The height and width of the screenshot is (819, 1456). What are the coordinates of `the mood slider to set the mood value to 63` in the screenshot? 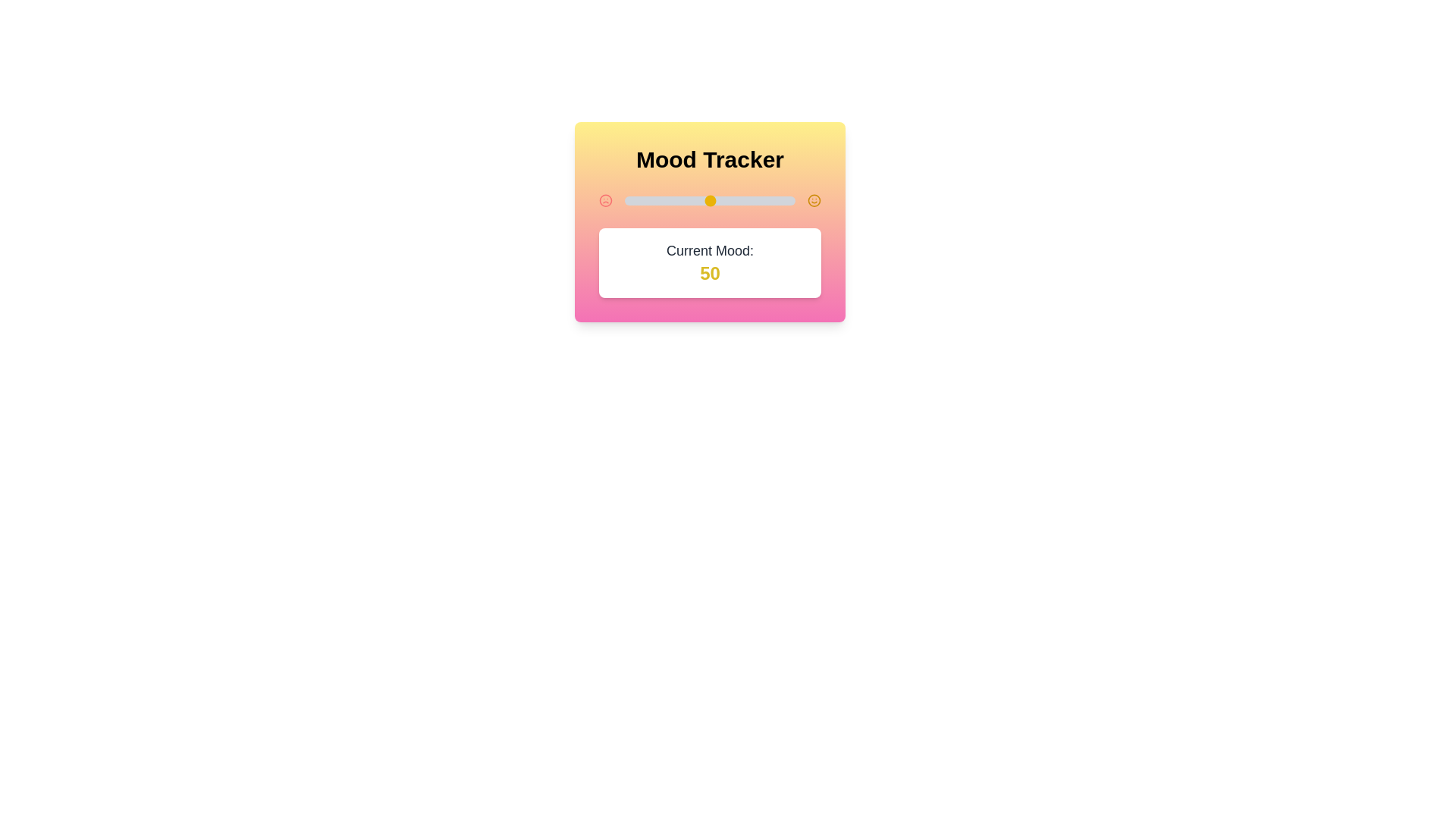 It's located at (732, 200).